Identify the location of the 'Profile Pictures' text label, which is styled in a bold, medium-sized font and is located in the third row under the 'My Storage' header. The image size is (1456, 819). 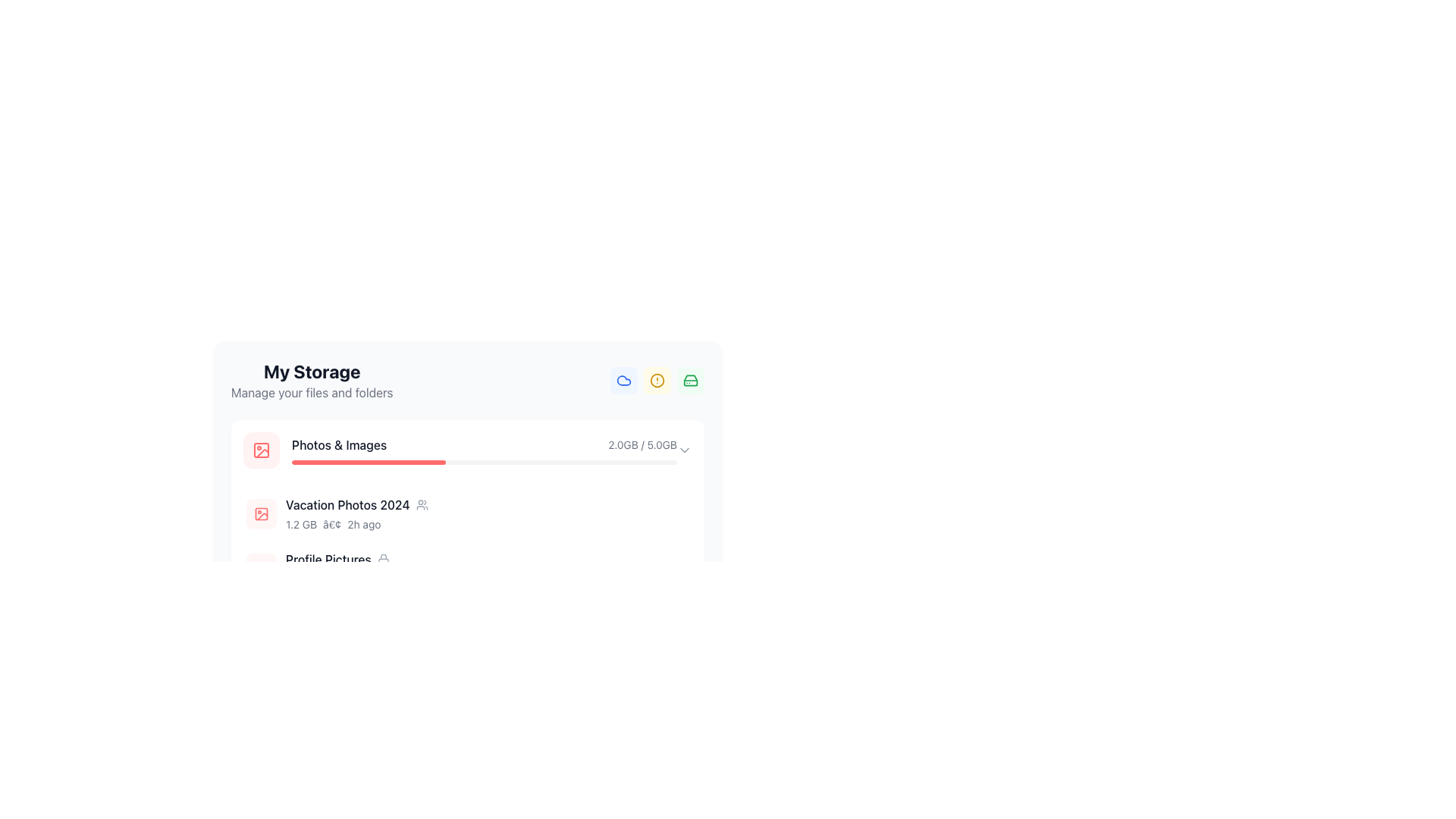
(328, 559).